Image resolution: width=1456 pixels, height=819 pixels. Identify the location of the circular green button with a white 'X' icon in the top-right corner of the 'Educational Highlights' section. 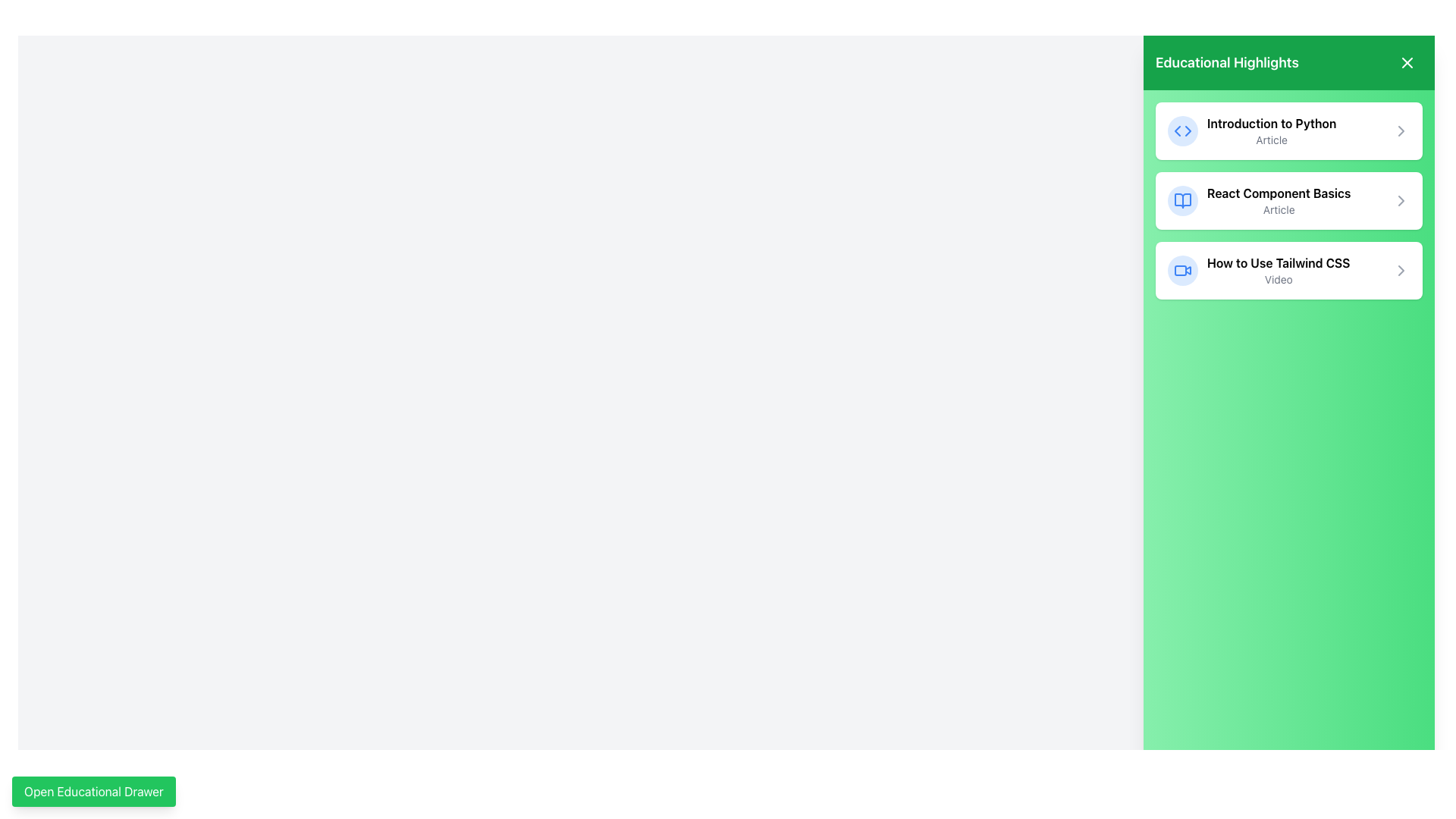
(1407, 62).